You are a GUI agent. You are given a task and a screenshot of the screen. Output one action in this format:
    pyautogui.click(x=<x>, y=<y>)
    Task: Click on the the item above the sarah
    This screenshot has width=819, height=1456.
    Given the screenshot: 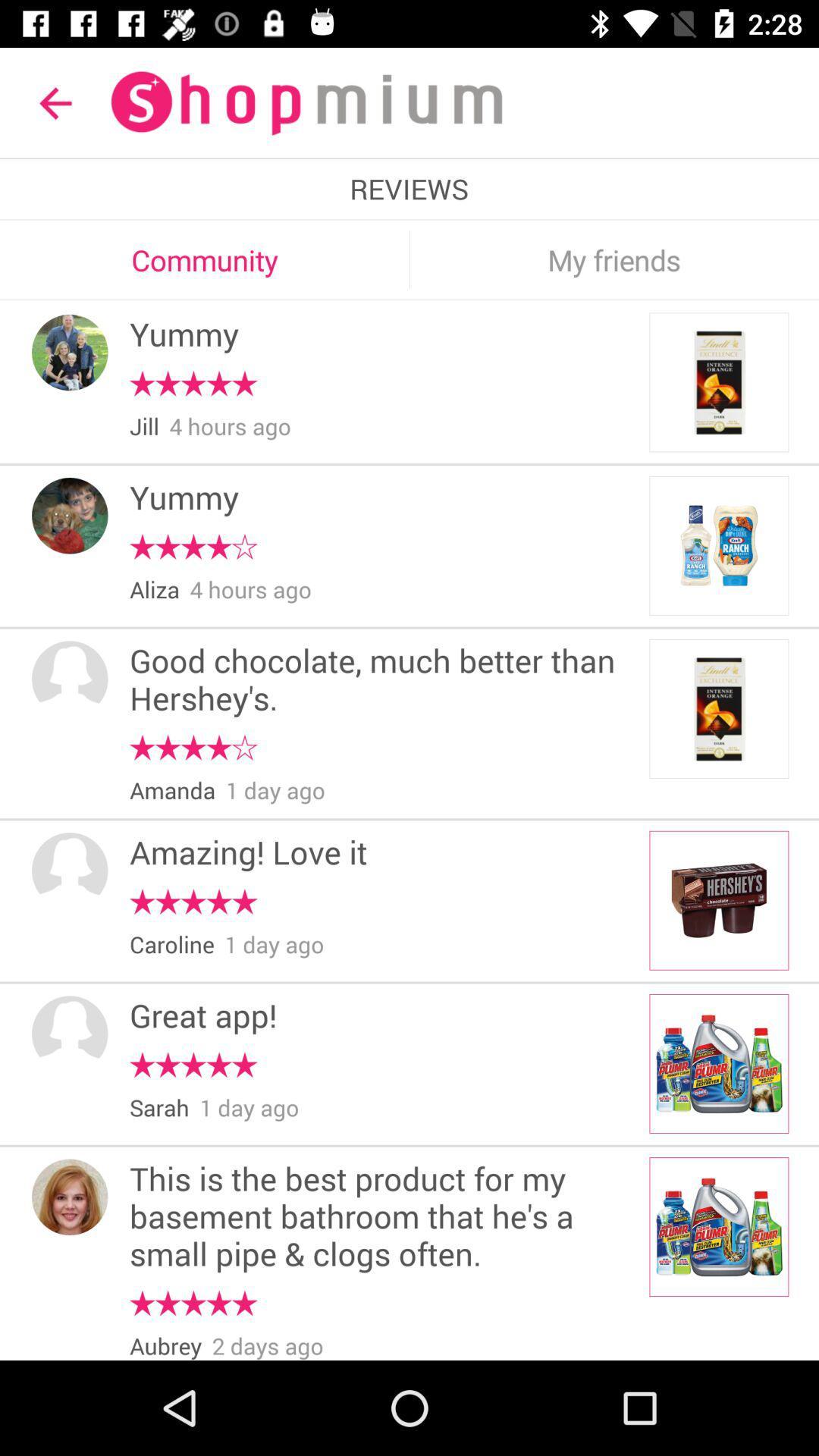 What is the action you would take?
    pyautogui.click(x=193, y=1064)
    